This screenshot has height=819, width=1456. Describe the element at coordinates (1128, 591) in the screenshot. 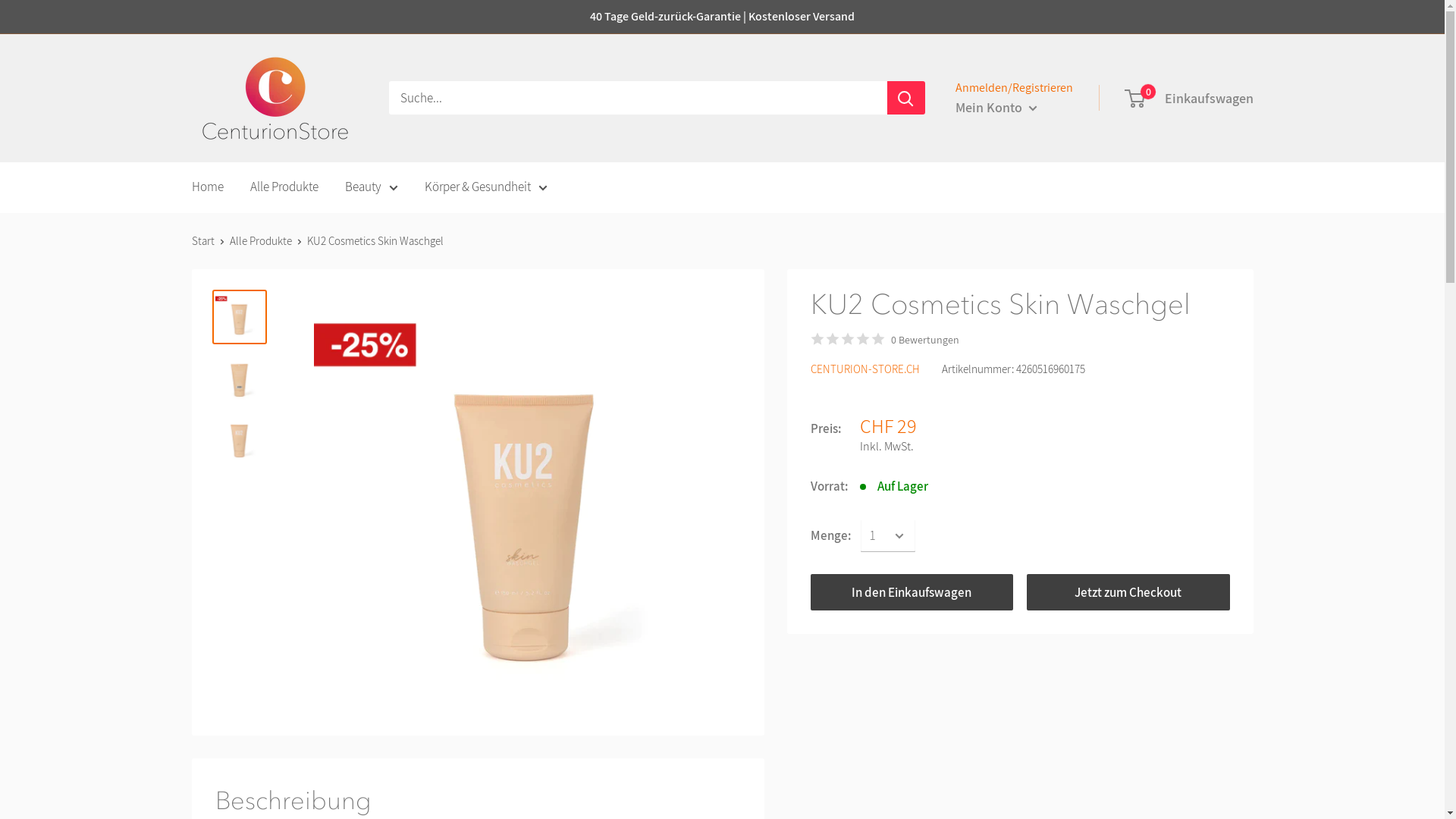

I see `'Jetzt zum Checkout'` at that location.